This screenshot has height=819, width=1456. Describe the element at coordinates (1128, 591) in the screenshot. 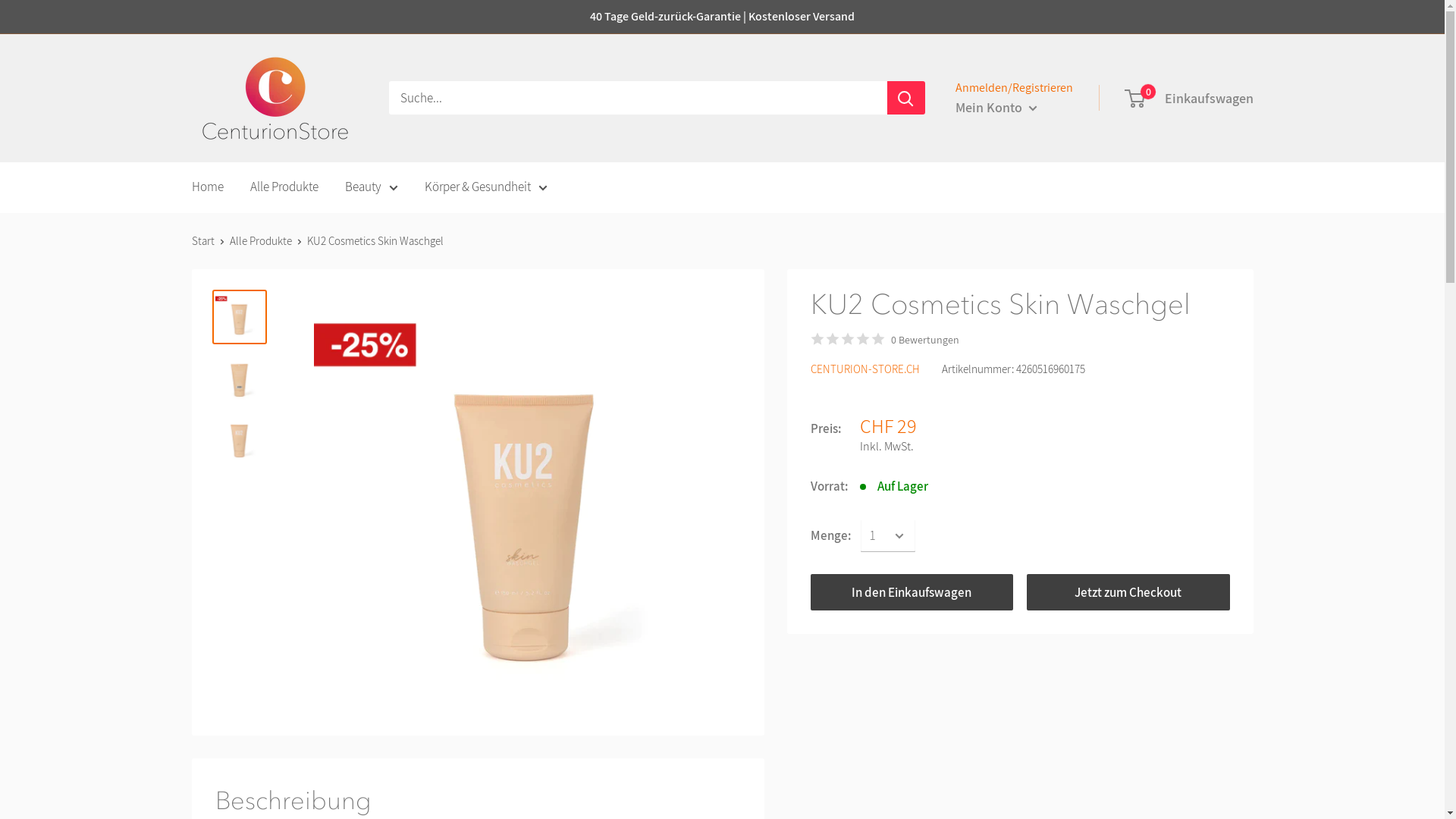

I see `'Jetzt zum Checkout'` at that location.